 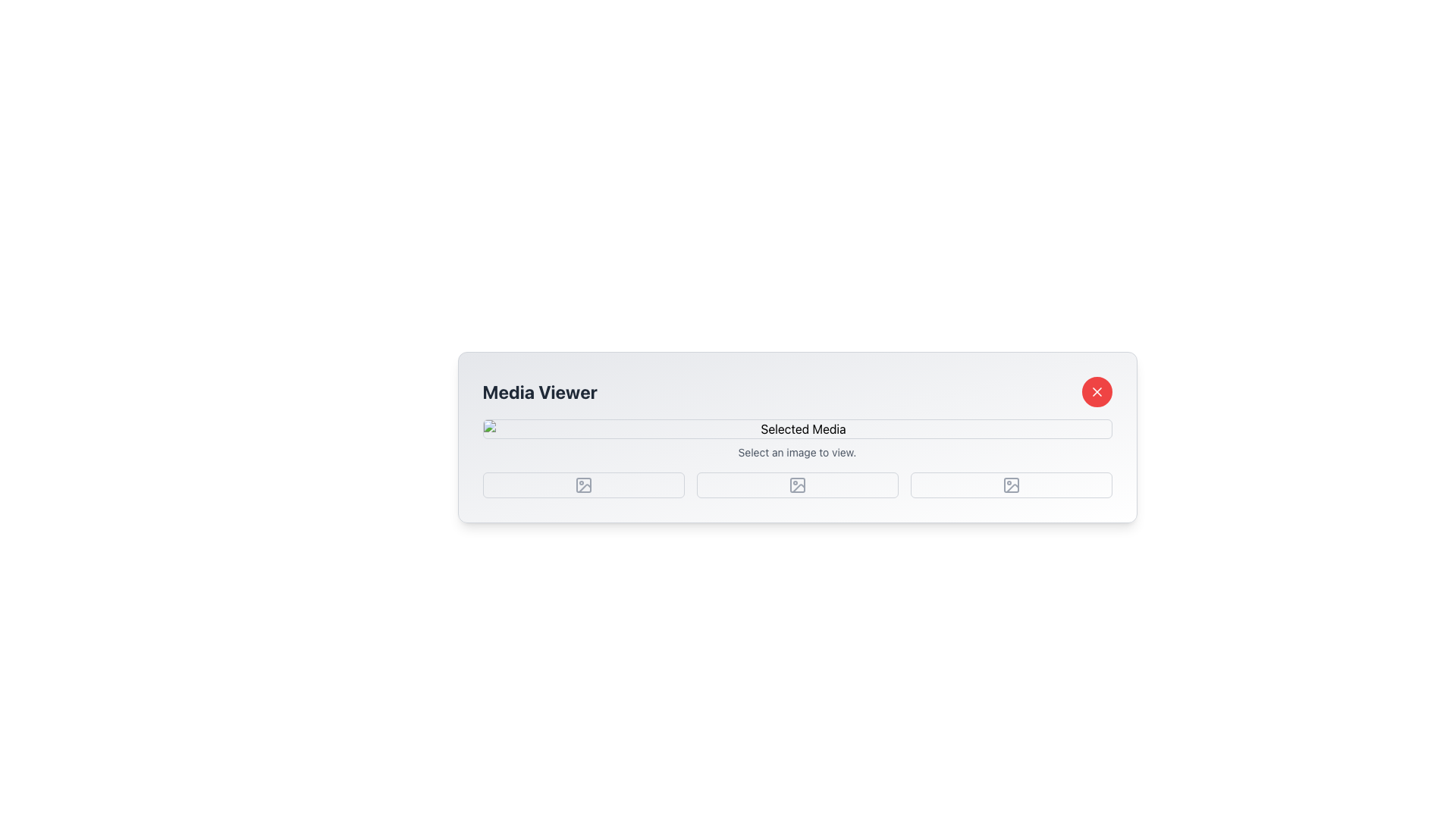 I want to click on the close icon (white 'X' on a red circular button) located in the top-right corner of the 'Media Viewer' panel, so click(x=1097, y=391).